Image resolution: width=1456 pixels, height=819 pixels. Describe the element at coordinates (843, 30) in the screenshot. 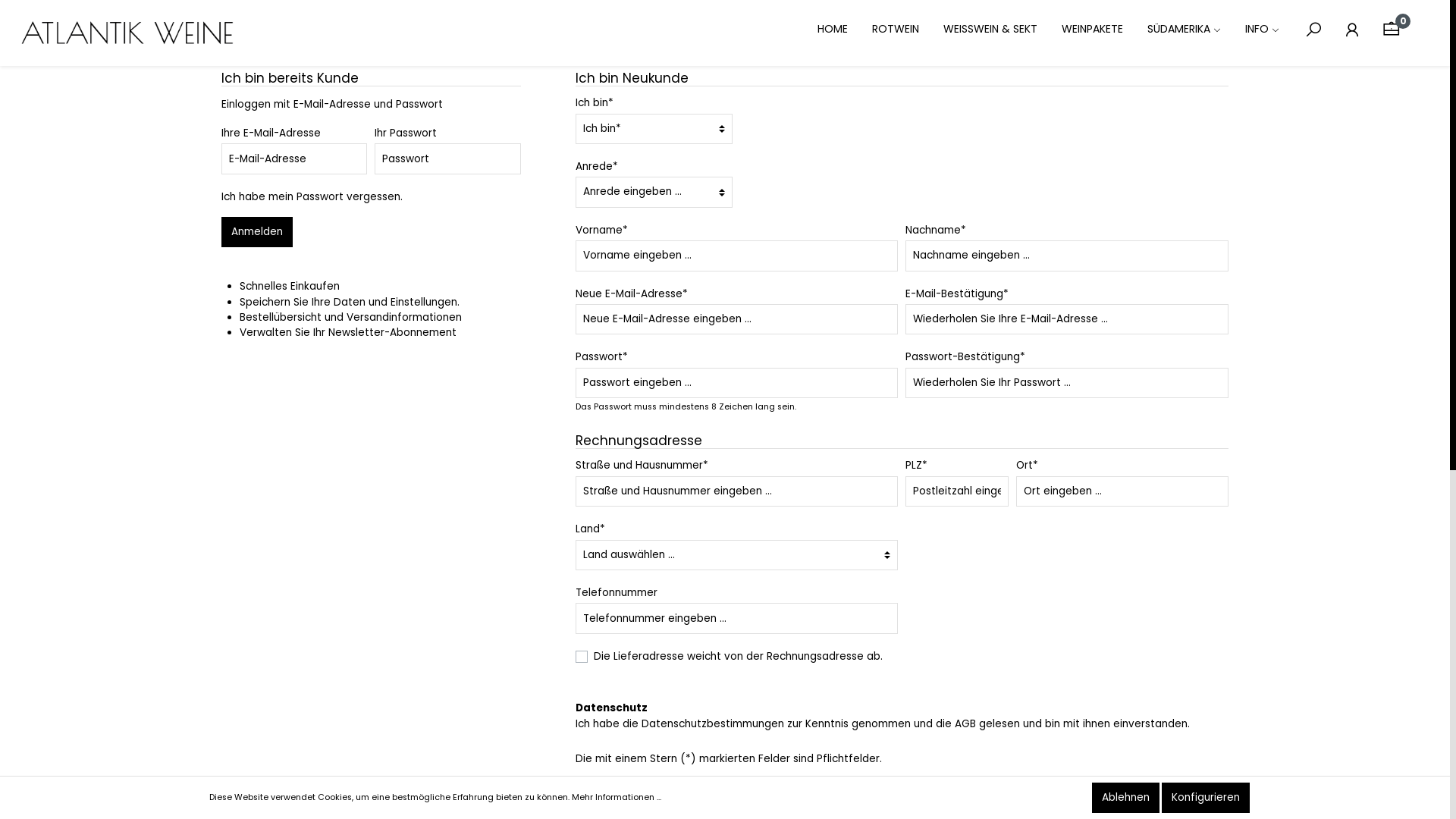

I see `'HOME'` at that location.